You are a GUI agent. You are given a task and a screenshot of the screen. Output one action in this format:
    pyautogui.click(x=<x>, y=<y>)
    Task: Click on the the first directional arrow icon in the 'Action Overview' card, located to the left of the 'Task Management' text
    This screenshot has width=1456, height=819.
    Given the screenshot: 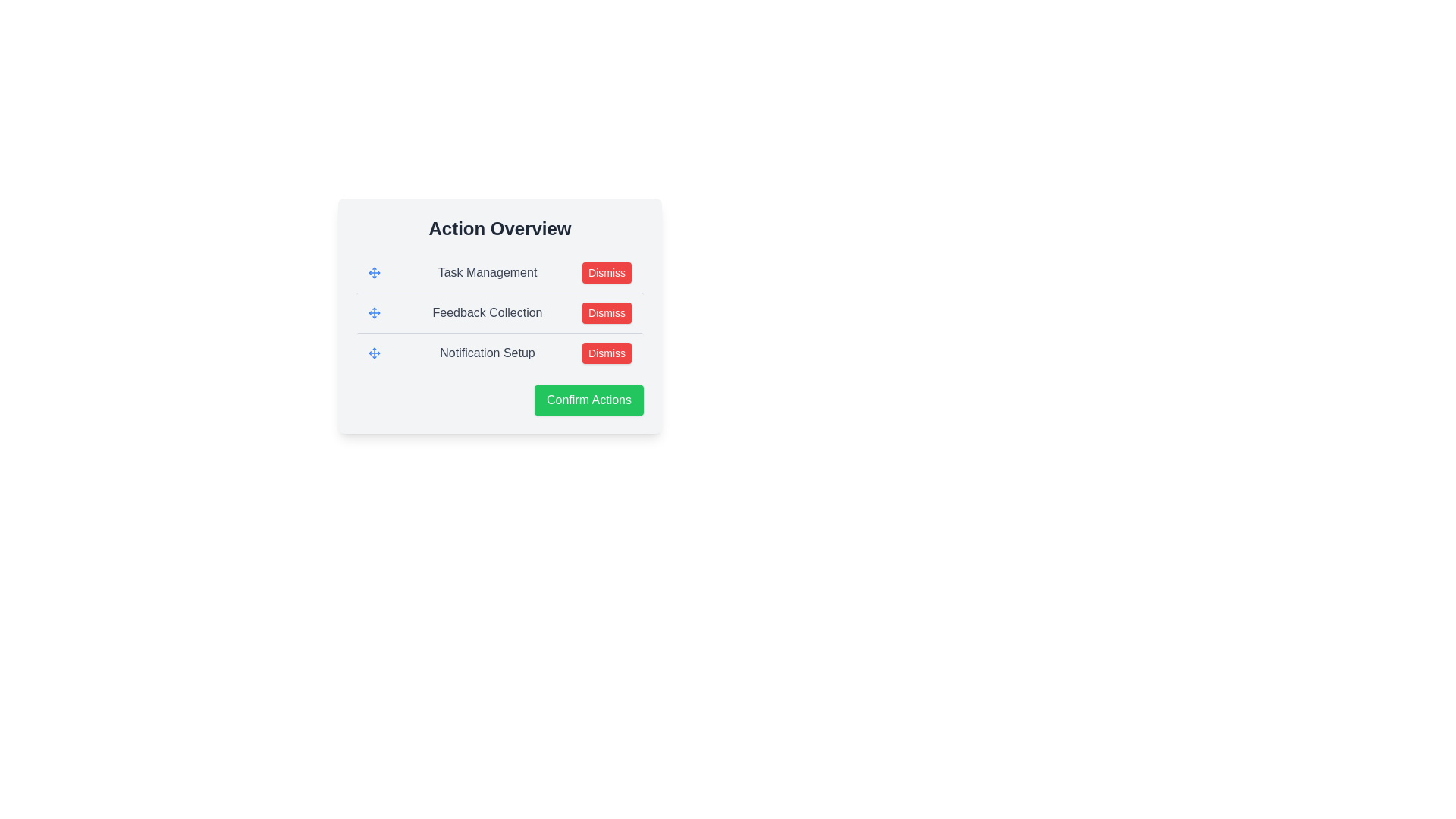 What is the action you would take?
    pyautogui.click(x=375, y=271)
    